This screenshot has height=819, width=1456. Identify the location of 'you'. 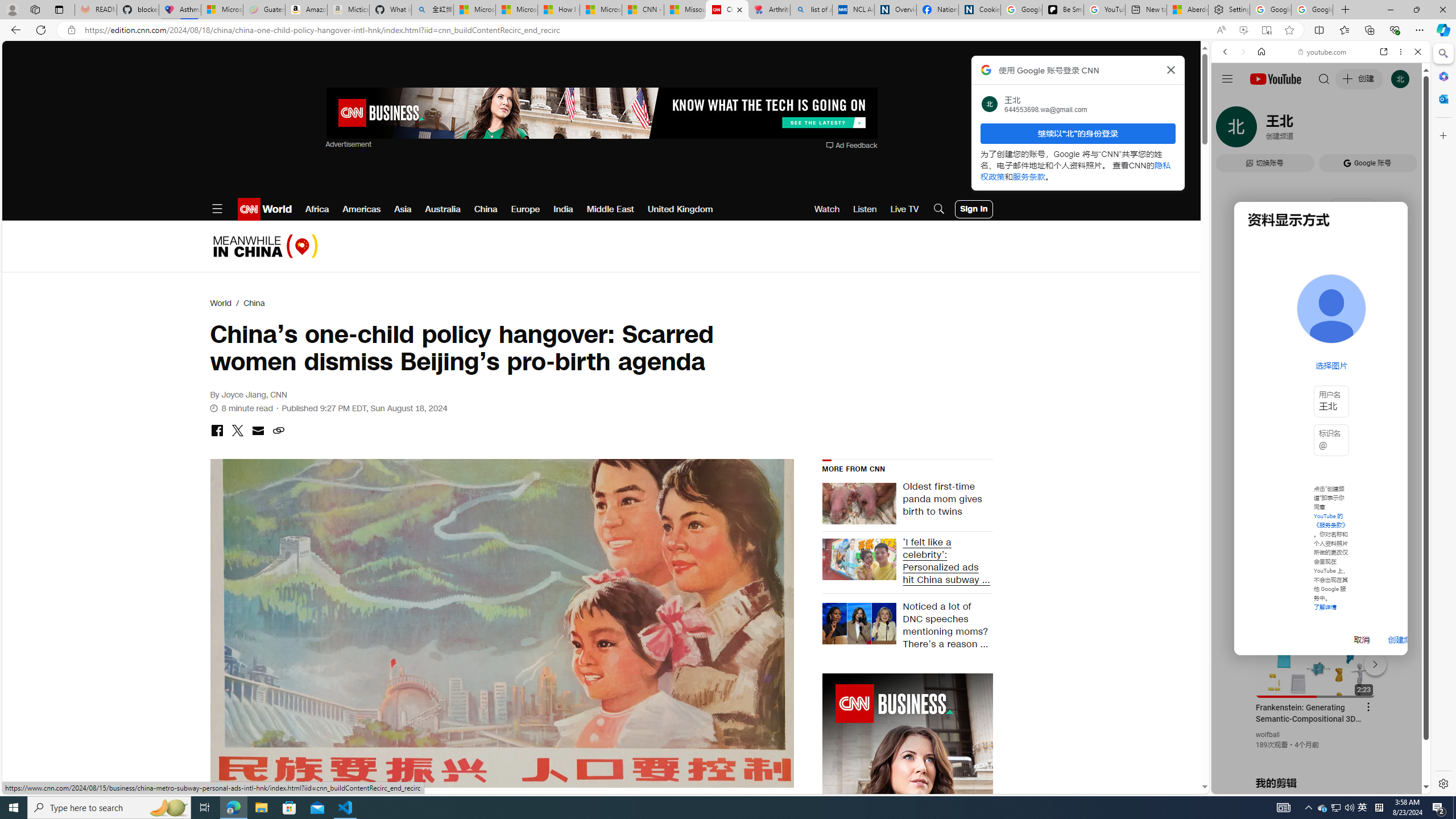
(1316, 755).